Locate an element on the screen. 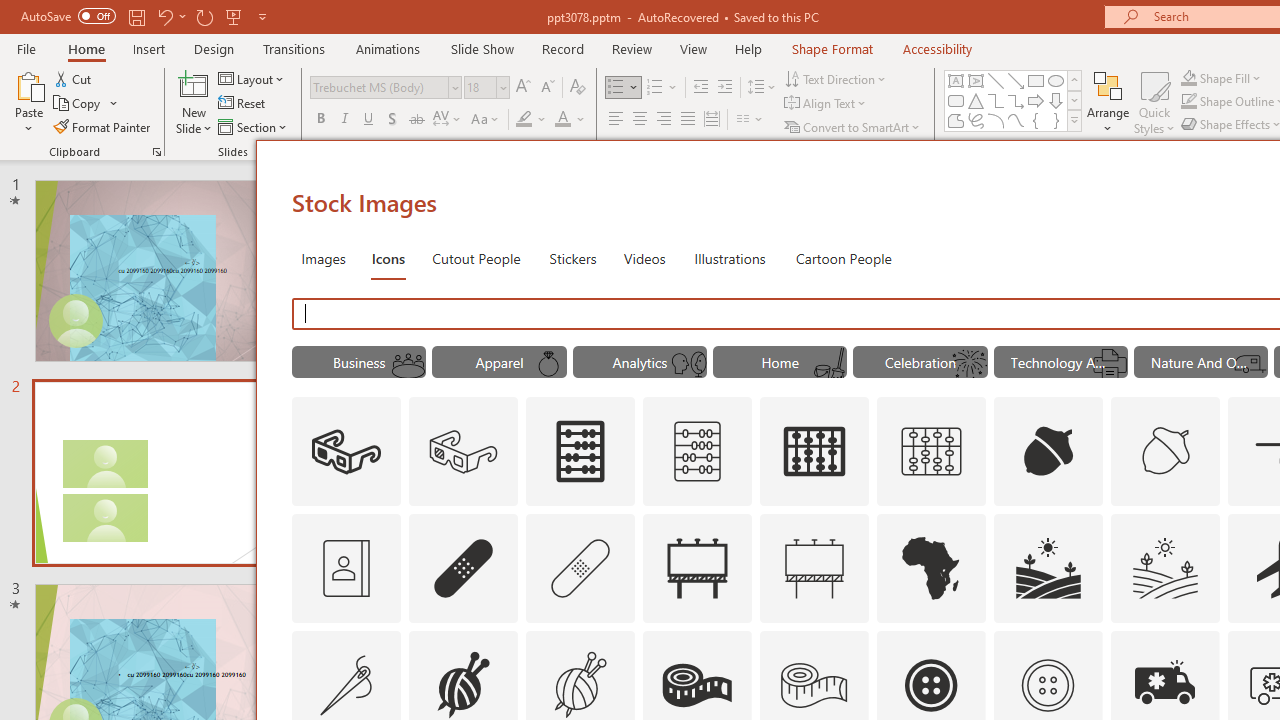  'Right Brace' is located at coordinates (1055, 120).